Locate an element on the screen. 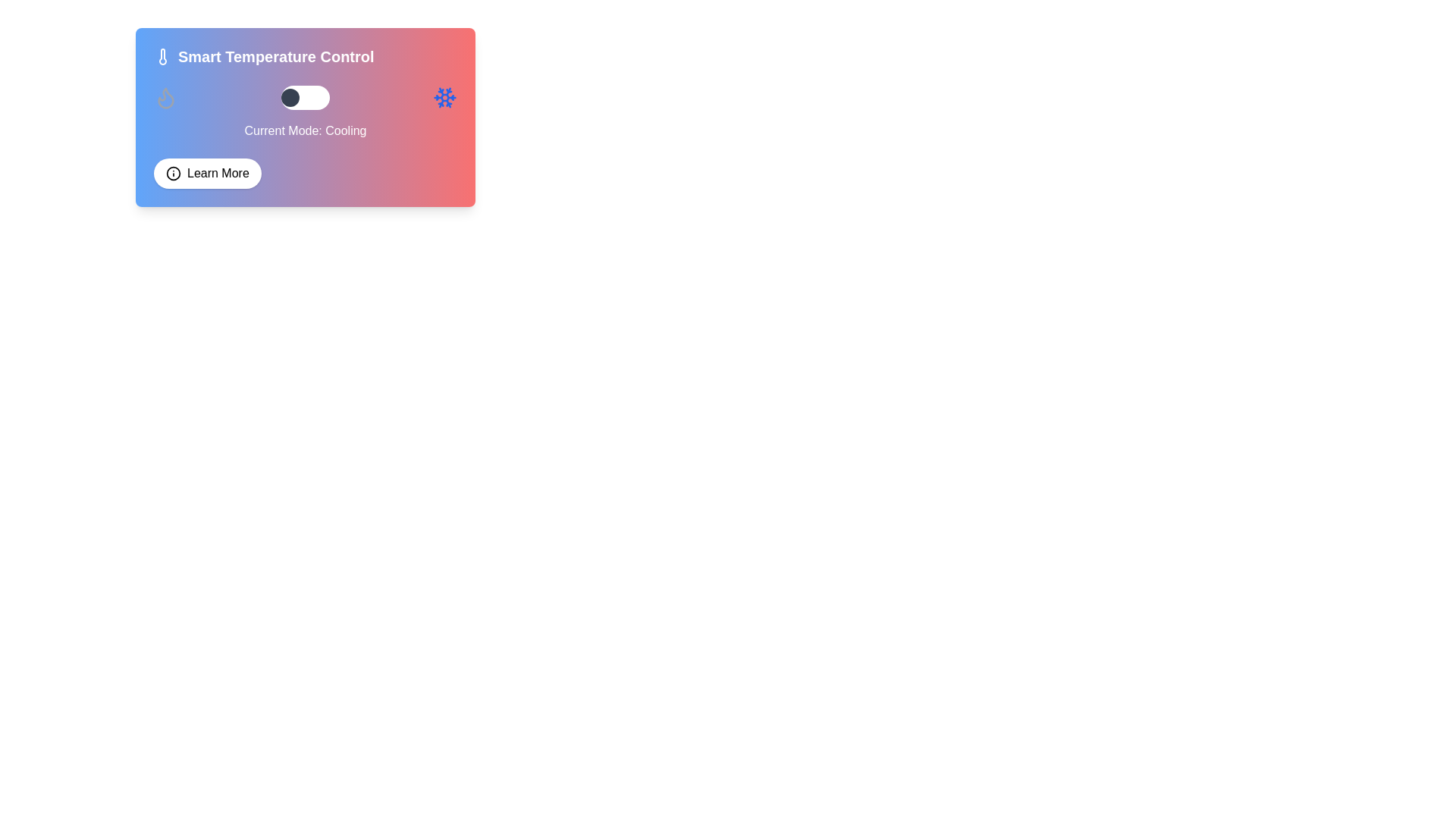 This screenshot has width=1456, height=819. the button located at the bottom-left of the card component that provides access to further information about the represented topic, ensuring keyboard accessibility is located at coordinates (206, 172).